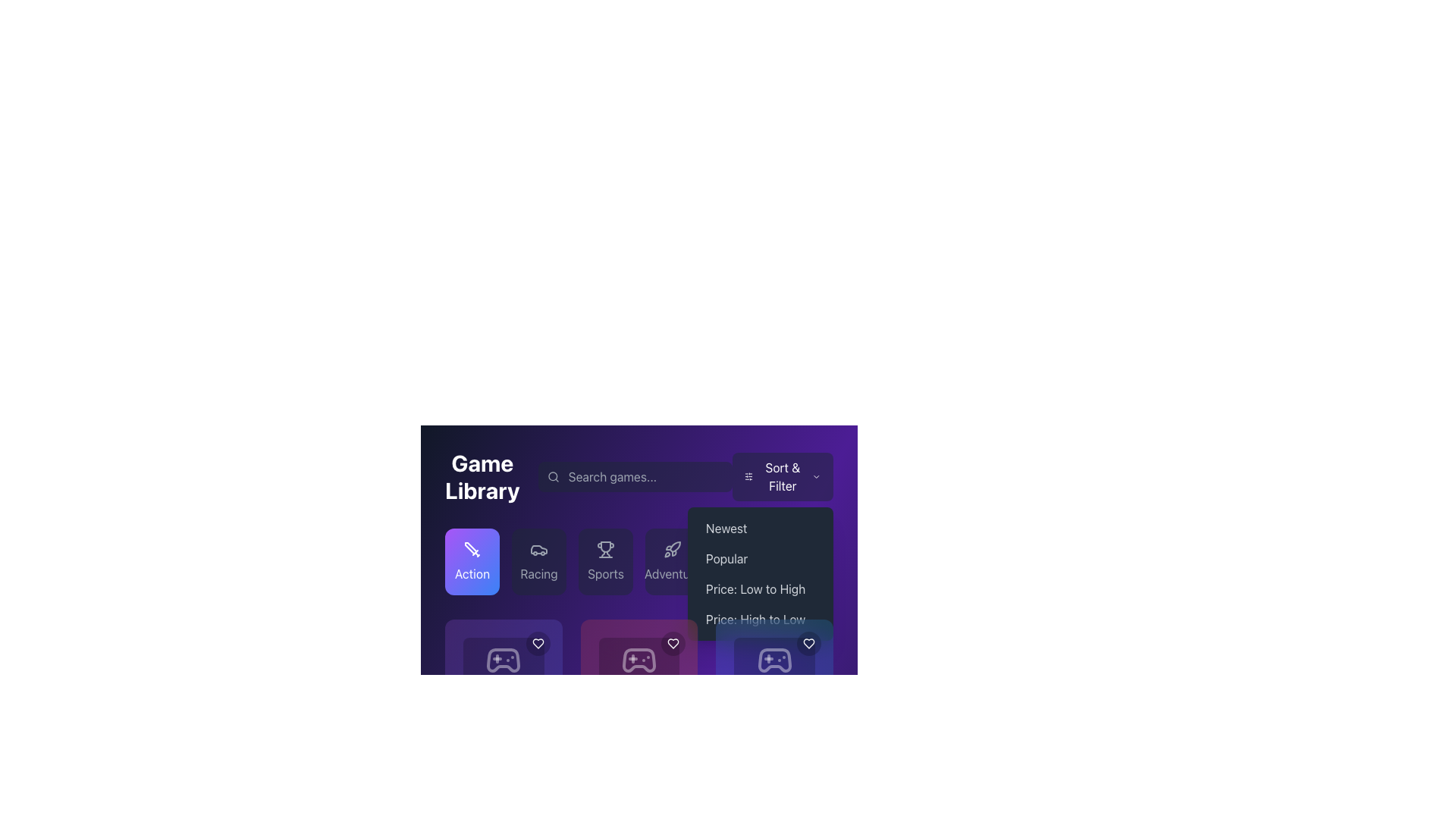 The width and height of the screenshot is (1456, 819). Describe the element at coordinates (538, 550) in the screenshot. I see `the car icon located at the top center of the 'Racing' button, which is part of a group of category buttons including 'Action', 'Sports', and 'Adventure'` at that location.